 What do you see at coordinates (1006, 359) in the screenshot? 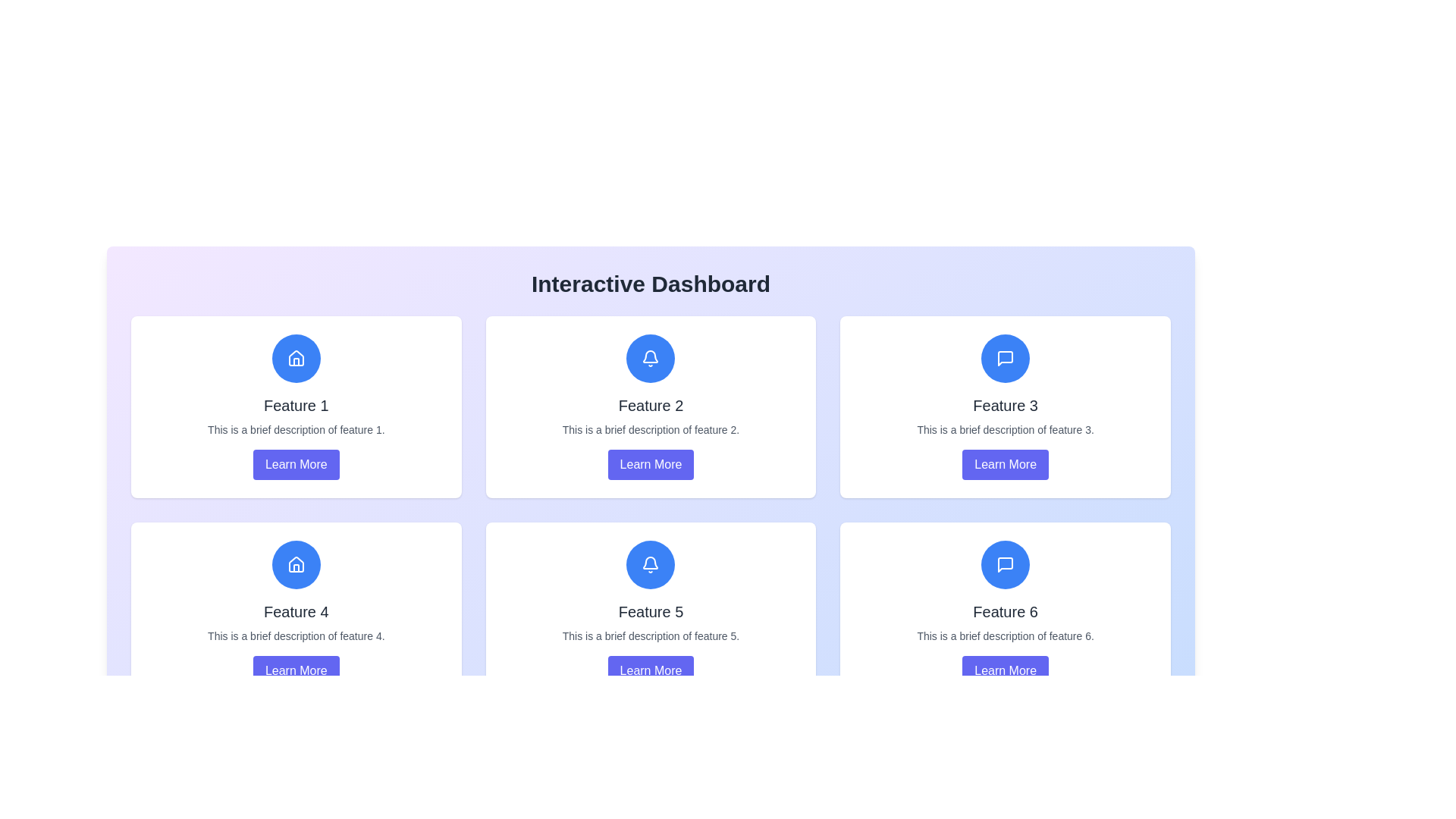
I see `the circular button with a blue background and a white speech bubble icon located at the top-center of the 'Feature 3' card` at bounding box center [1006, 359].